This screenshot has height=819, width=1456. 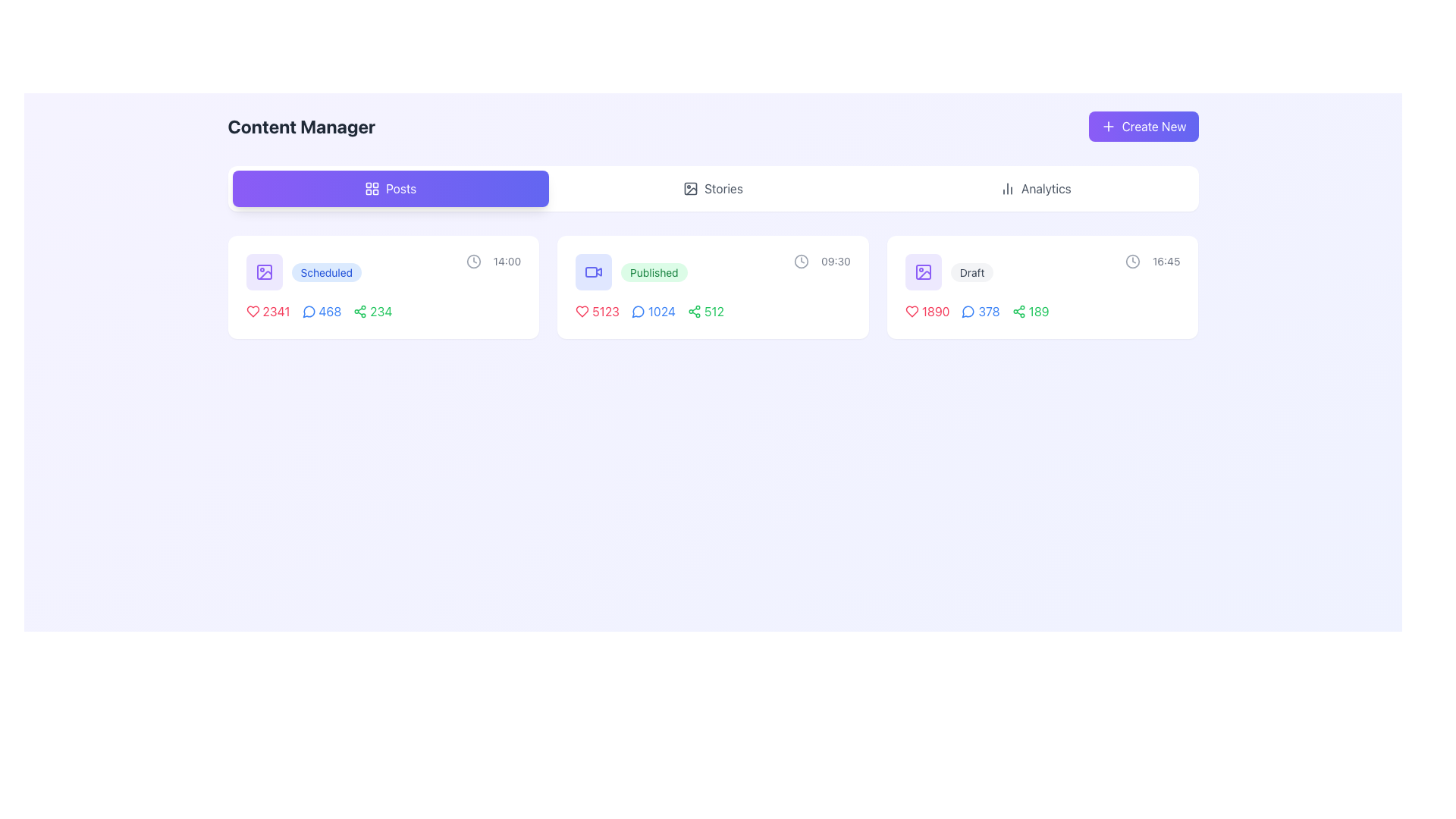 I want to click on the time icon visually representing '16:45' in the top-right area of the card layout, so click(x=1132, y=260).